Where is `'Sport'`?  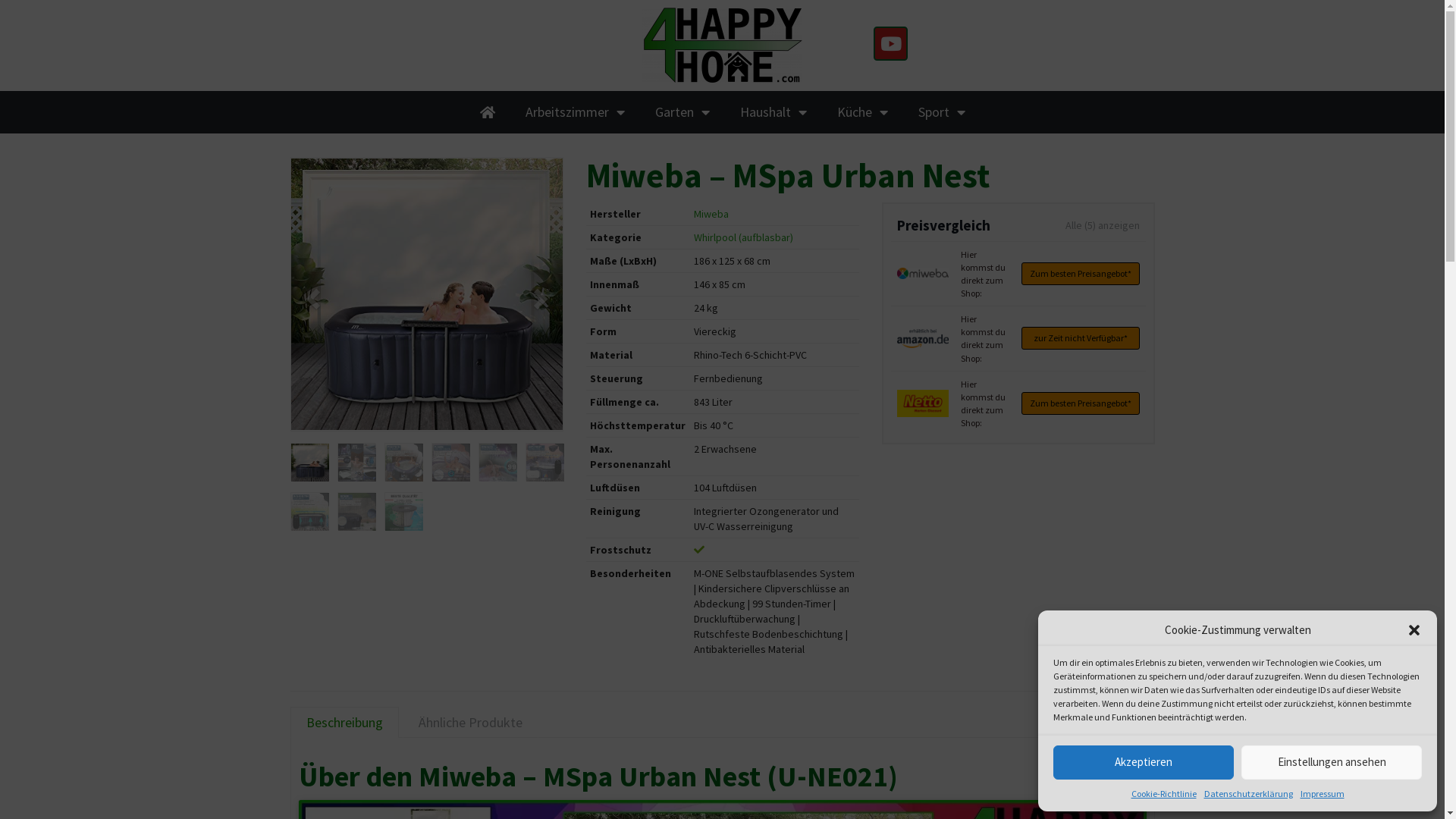 'Sport' is located at coordinates (940, 111).